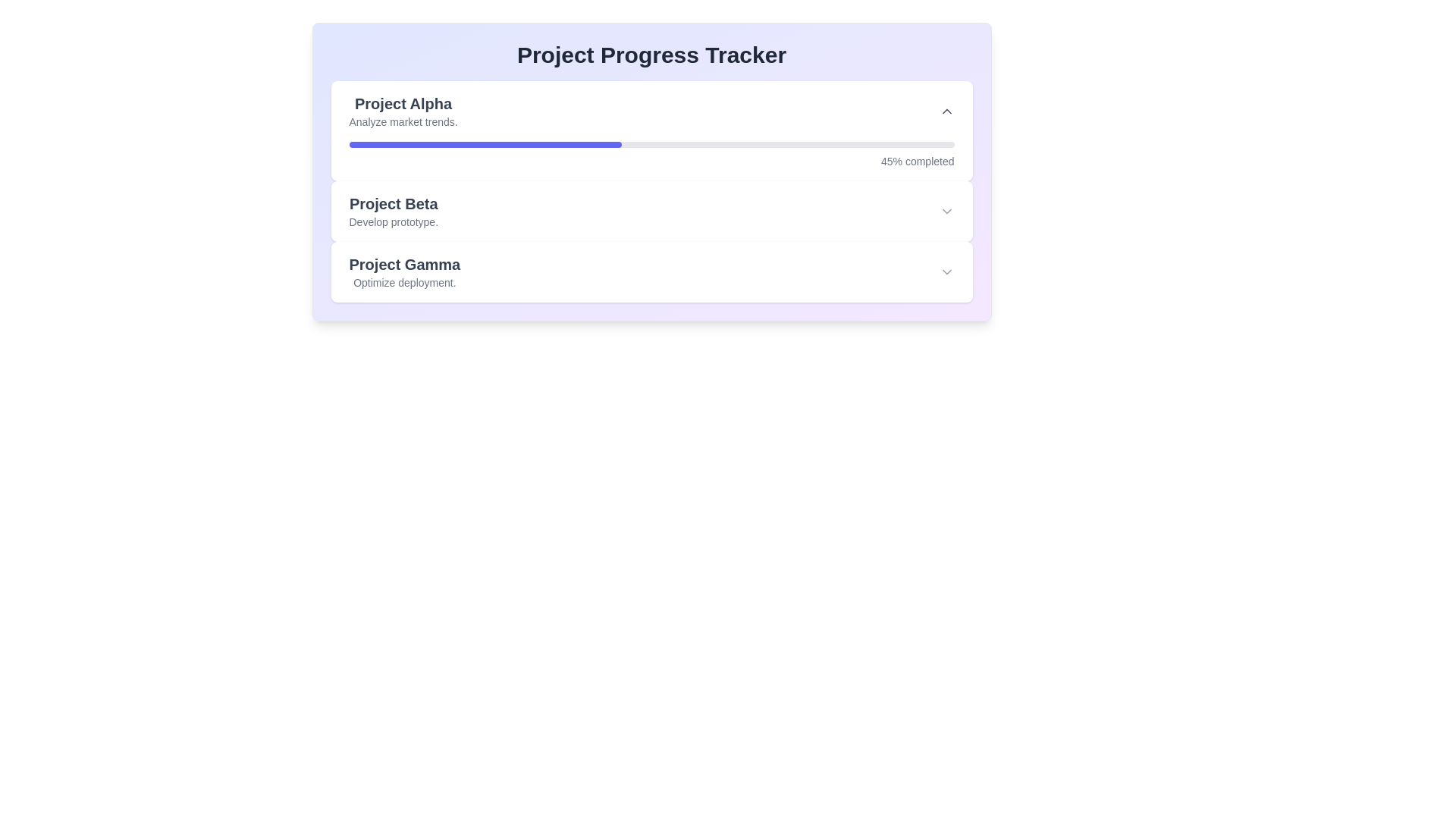 This screenshot has width=1456, height=819. I want to click on the chevron down icon button located at the far right of the 'Project Beta' task card, so click(946, 211).